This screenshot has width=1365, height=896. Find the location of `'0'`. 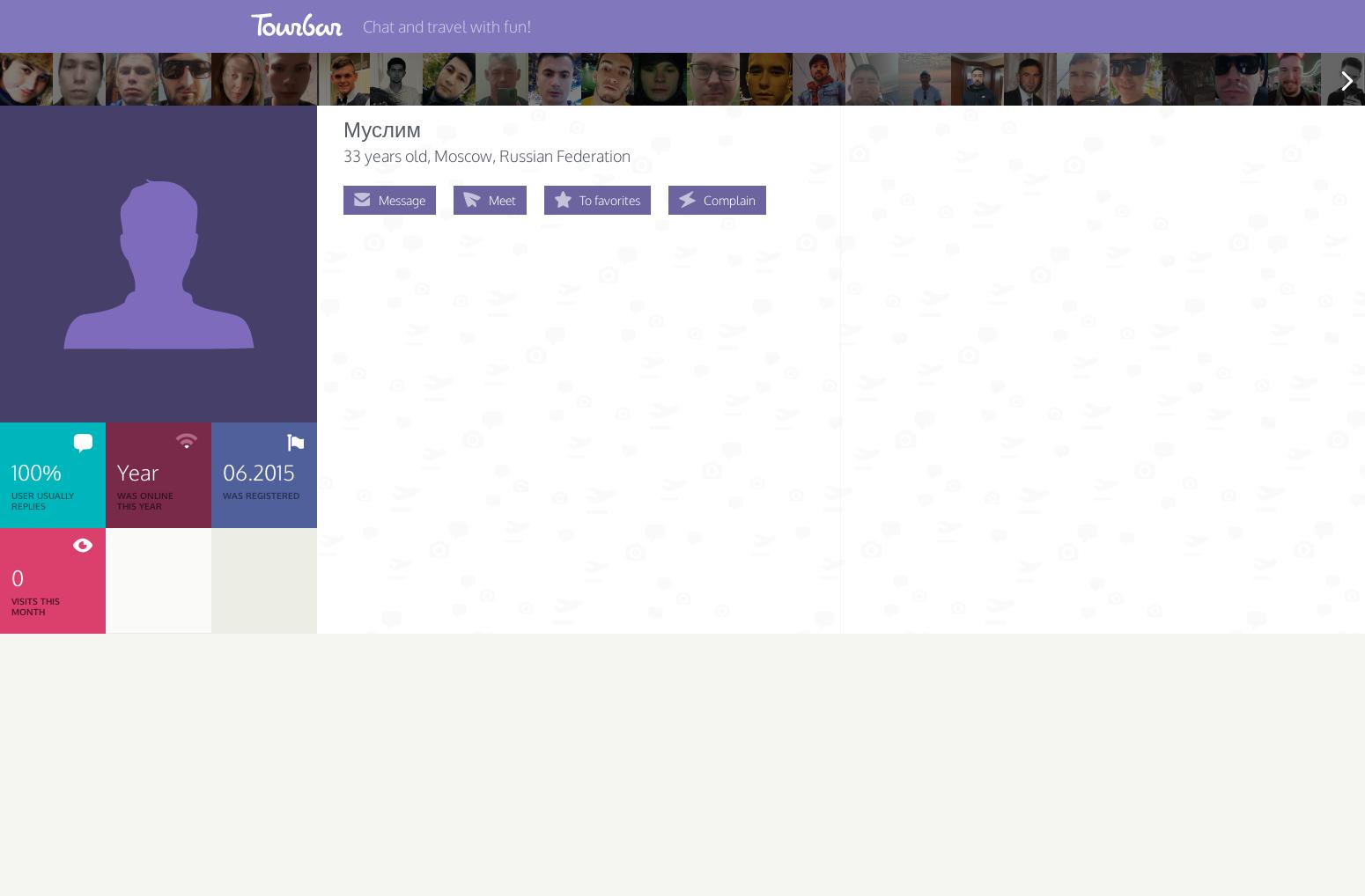

'0' is located at coordinates (16, 577).